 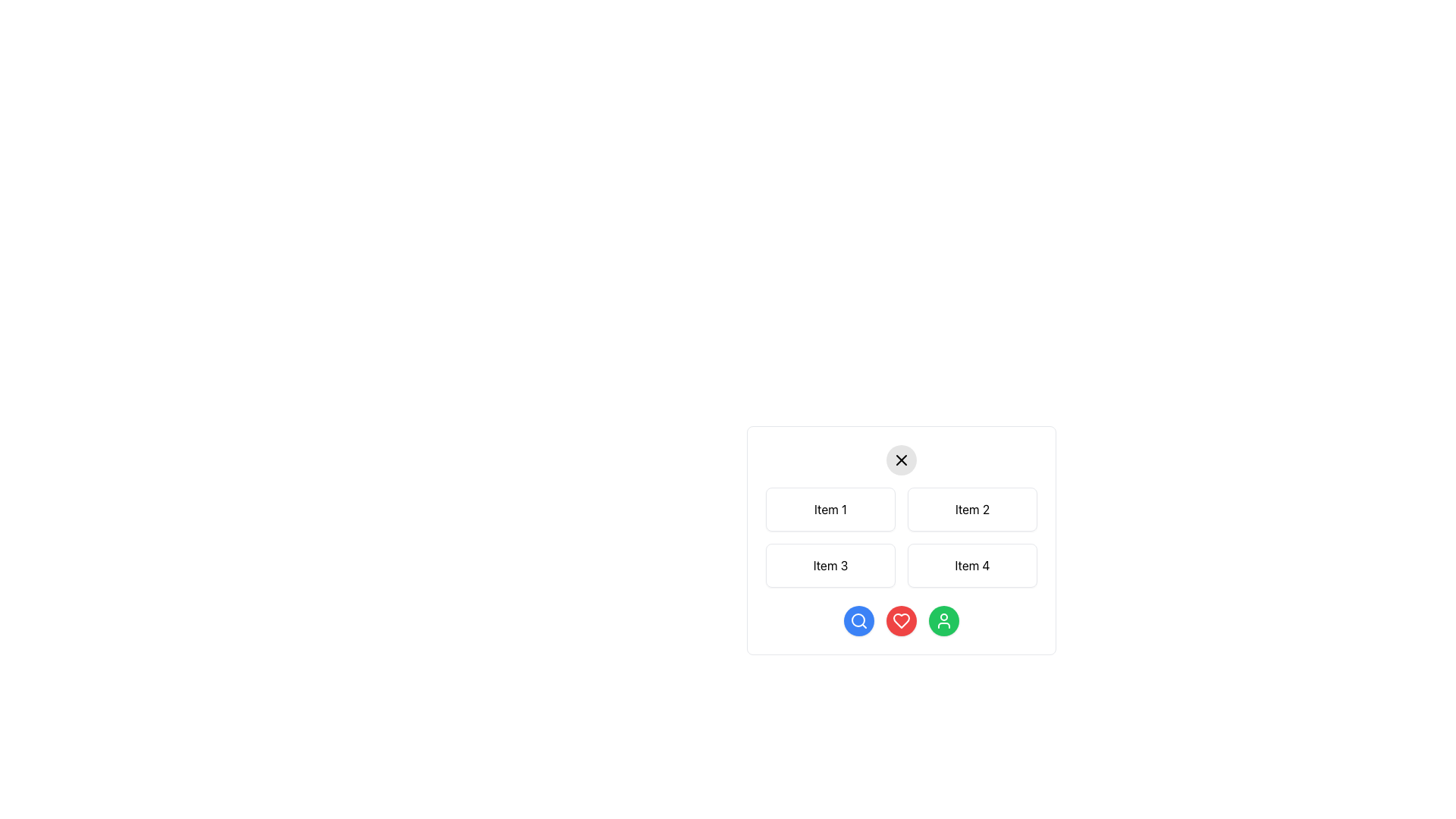 I want to click on the search button located inside the blue circular button at the bottom-left of the row of three action buttons to initiate the search functionality, so click(x=858, y=620).